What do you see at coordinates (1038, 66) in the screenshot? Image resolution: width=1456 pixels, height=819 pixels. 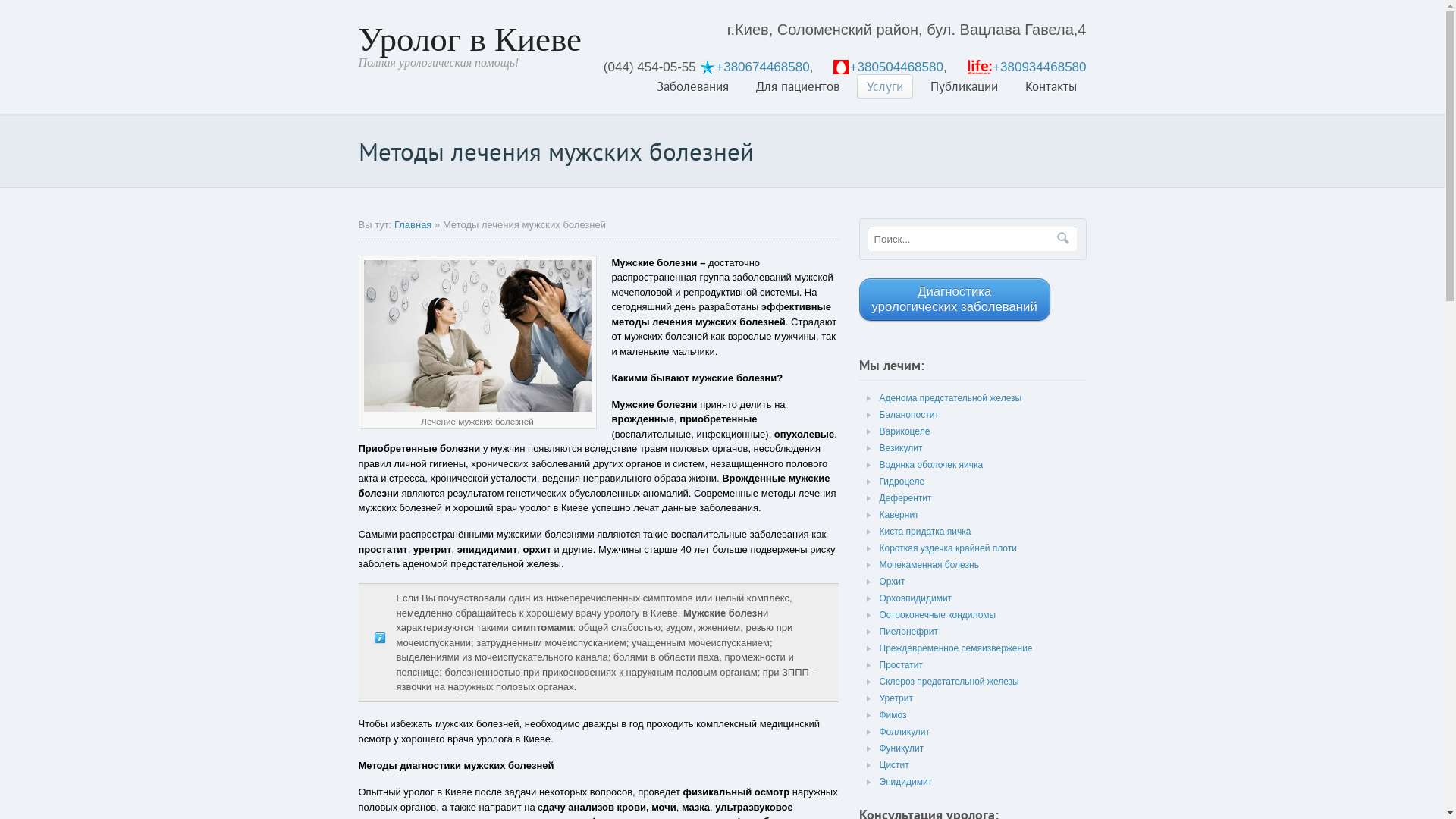 I see `'+380934468580'` at bounding box center [1038, 66].